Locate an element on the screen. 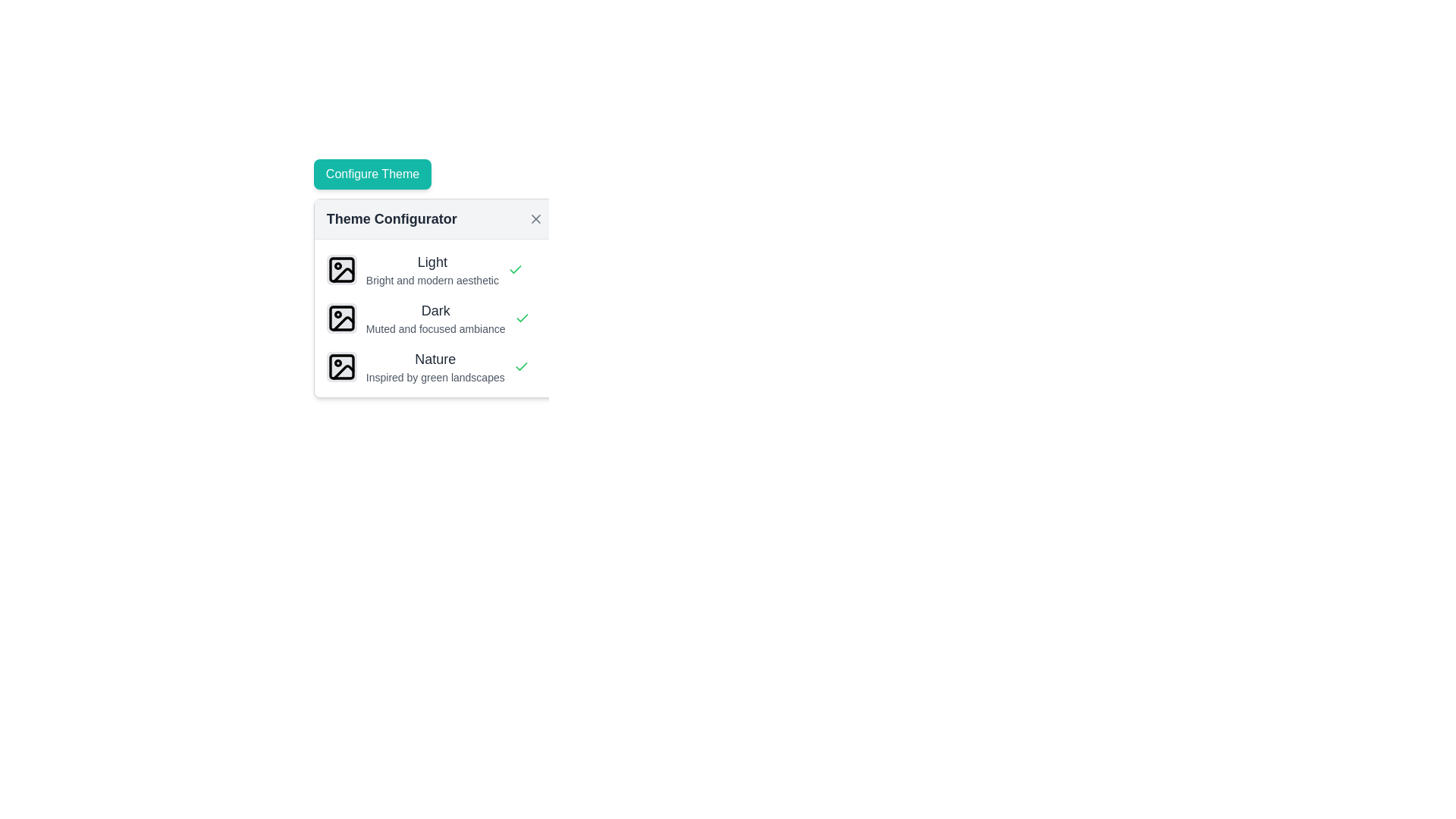 The image size is (1456, 819). the small green check mark icon located on the right side of the 'Dark' list item in the 'Theme Configurator' panel is located at coordinates (522, 318).